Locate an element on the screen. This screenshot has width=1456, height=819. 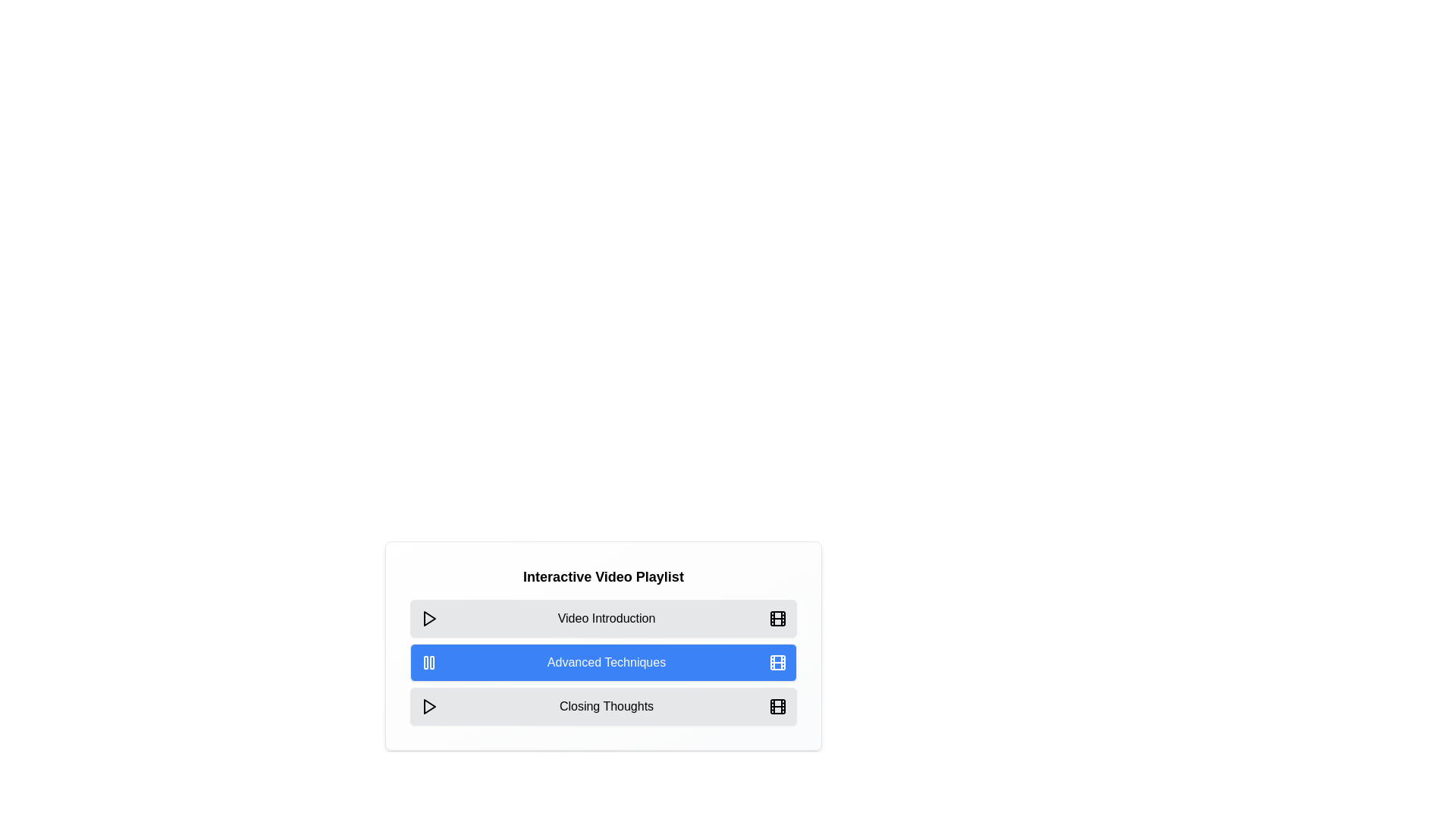
the video chip corresponding to Closing Thoughts to toggle its play/pause state is located at coordinates (603, 707).